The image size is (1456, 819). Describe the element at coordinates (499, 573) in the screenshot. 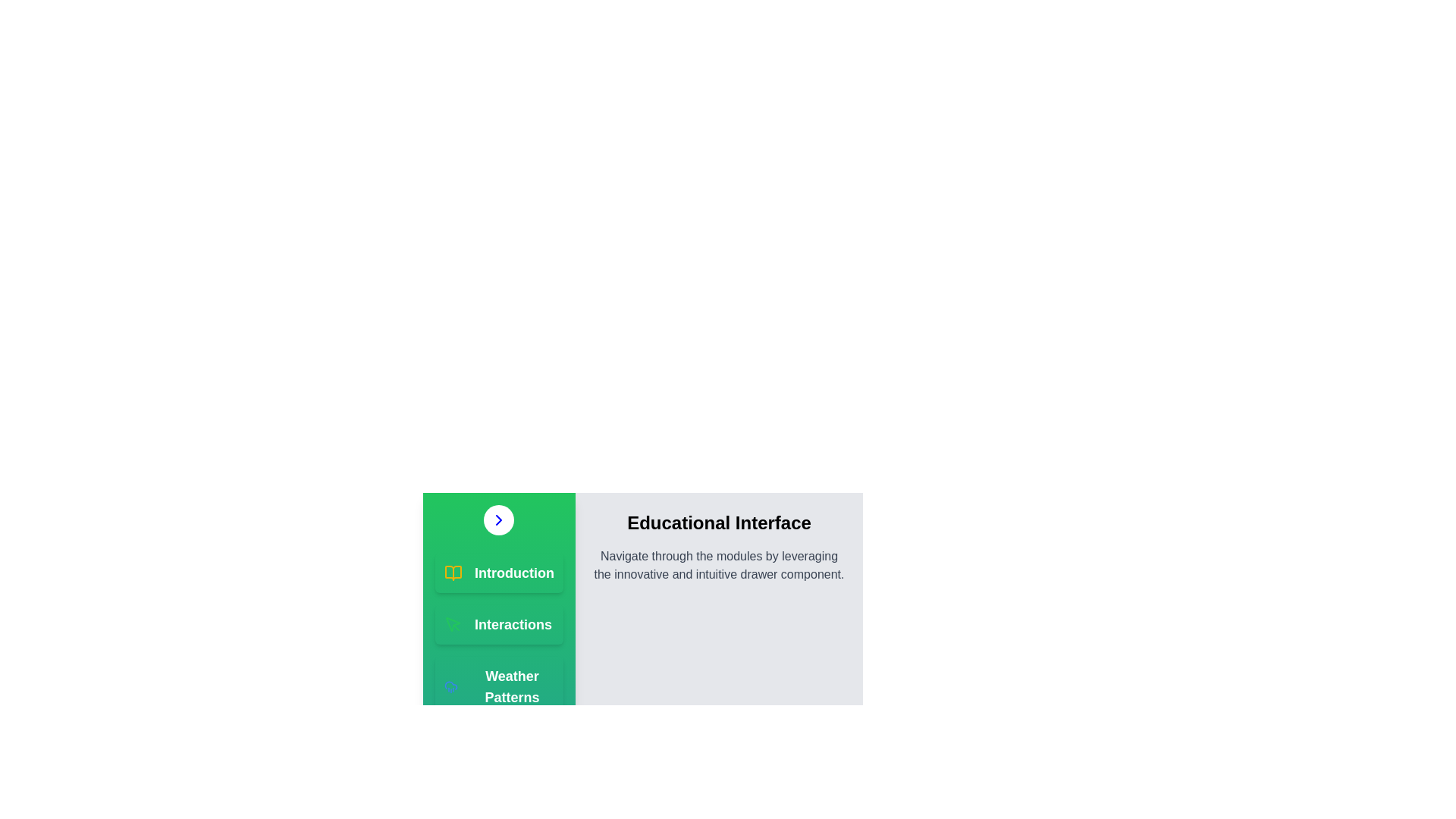

I see `the module Introduction from the list` at that location.